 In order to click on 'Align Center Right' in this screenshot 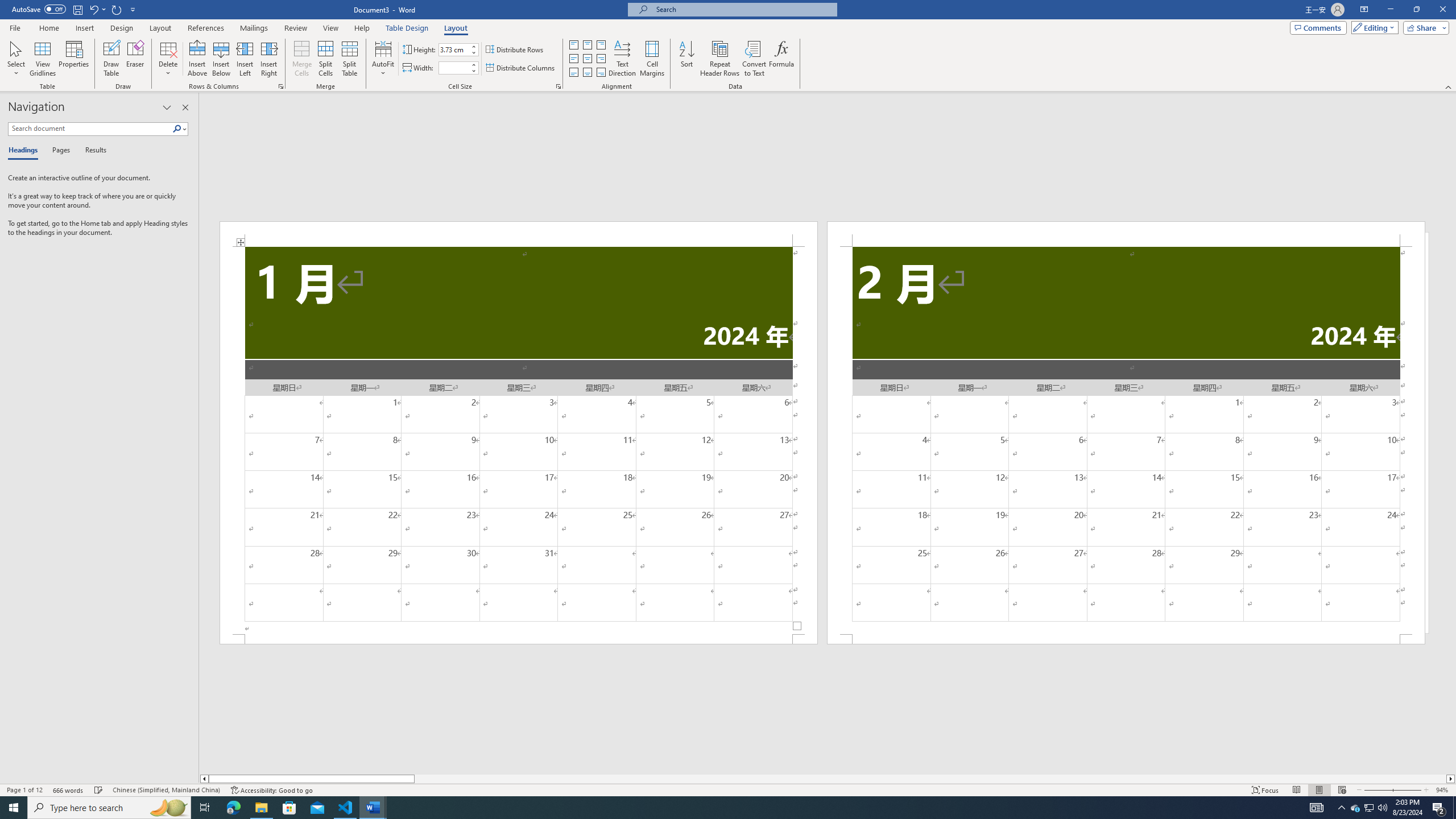, I will do `click(601, 59)`.